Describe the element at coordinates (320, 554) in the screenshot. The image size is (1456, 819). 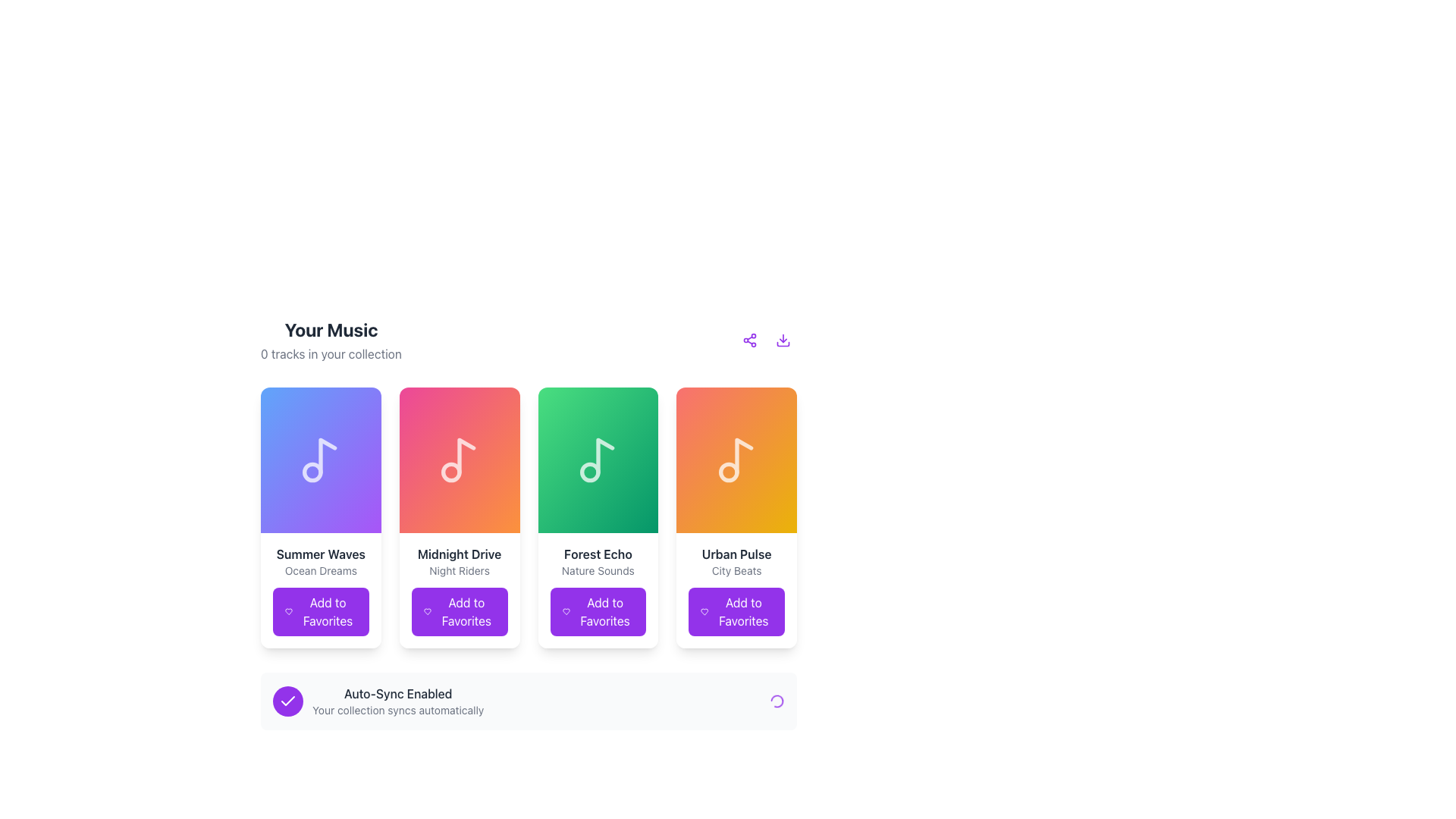
I see `text from the title label located at the top of the first card in a row of four cards, which serves as the primary identifier for the card's content` at that location.